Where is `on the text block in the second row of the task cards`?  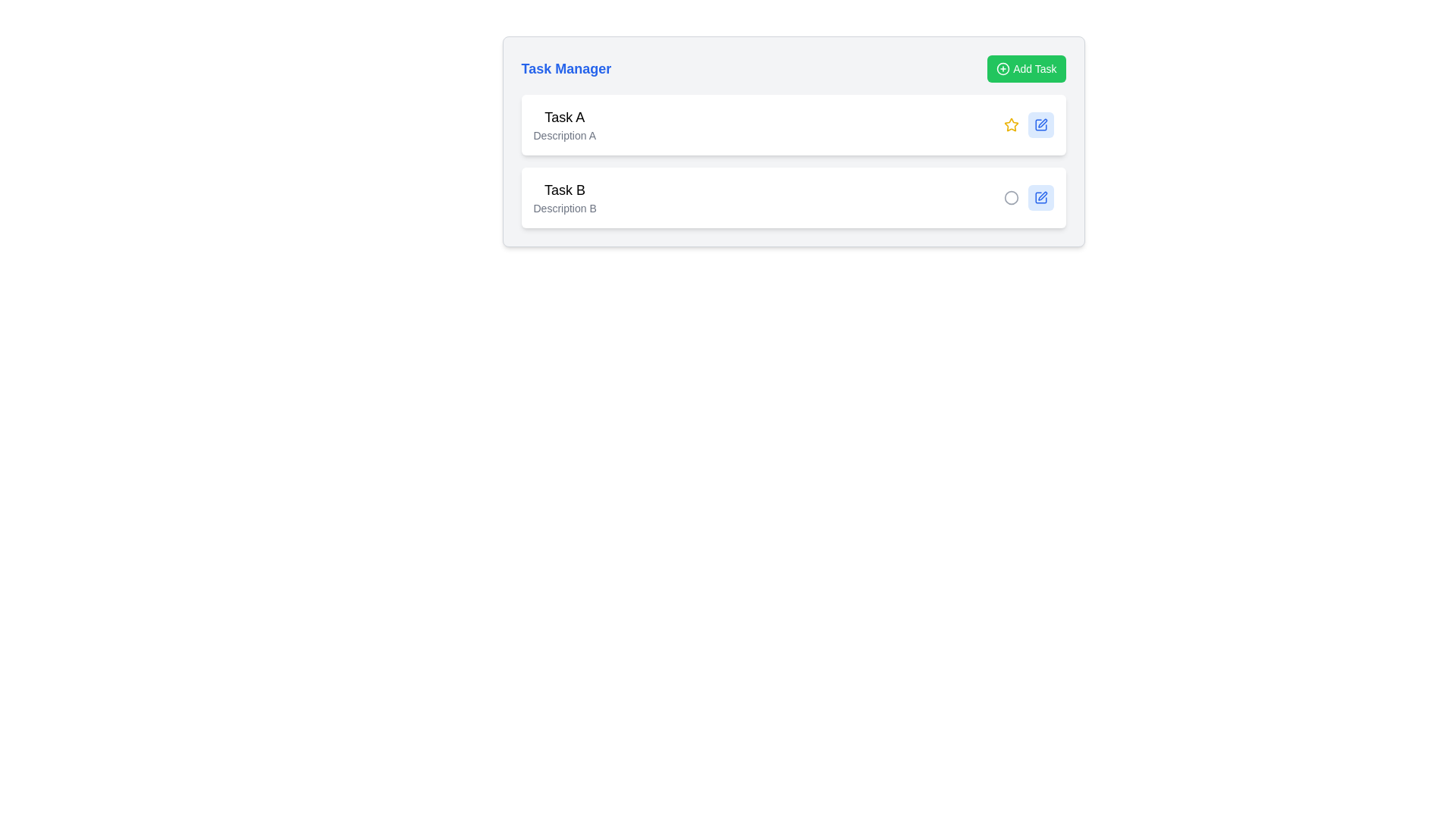
on the text block in the second row of the task cards is located at coordinates (564, 197).